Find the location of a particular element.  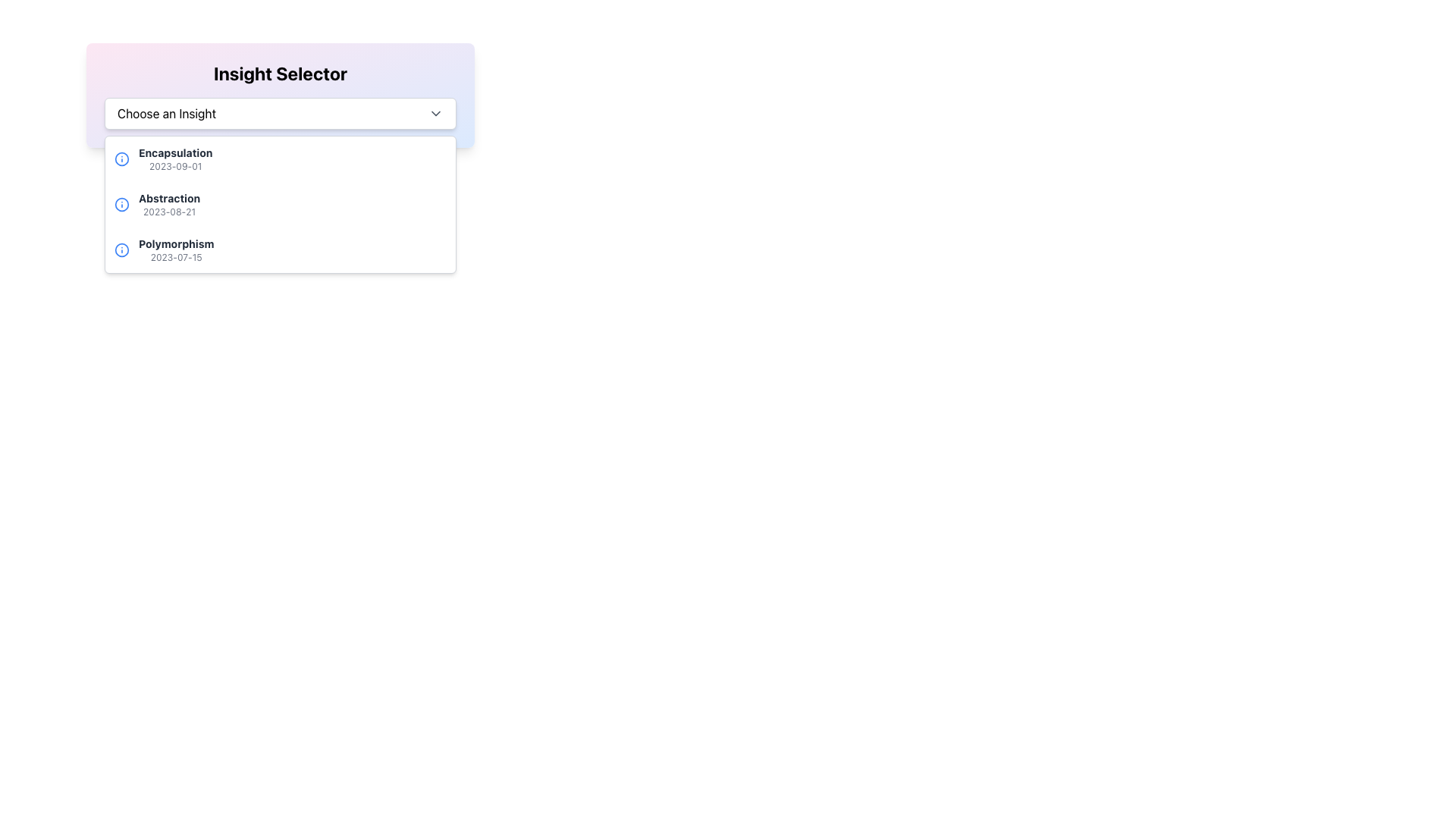

the second selectable list item in the 'Insight Selector' dropdown, which displays 'Abstraction' and '2023-08-21' is located at coordinates (169, 205).